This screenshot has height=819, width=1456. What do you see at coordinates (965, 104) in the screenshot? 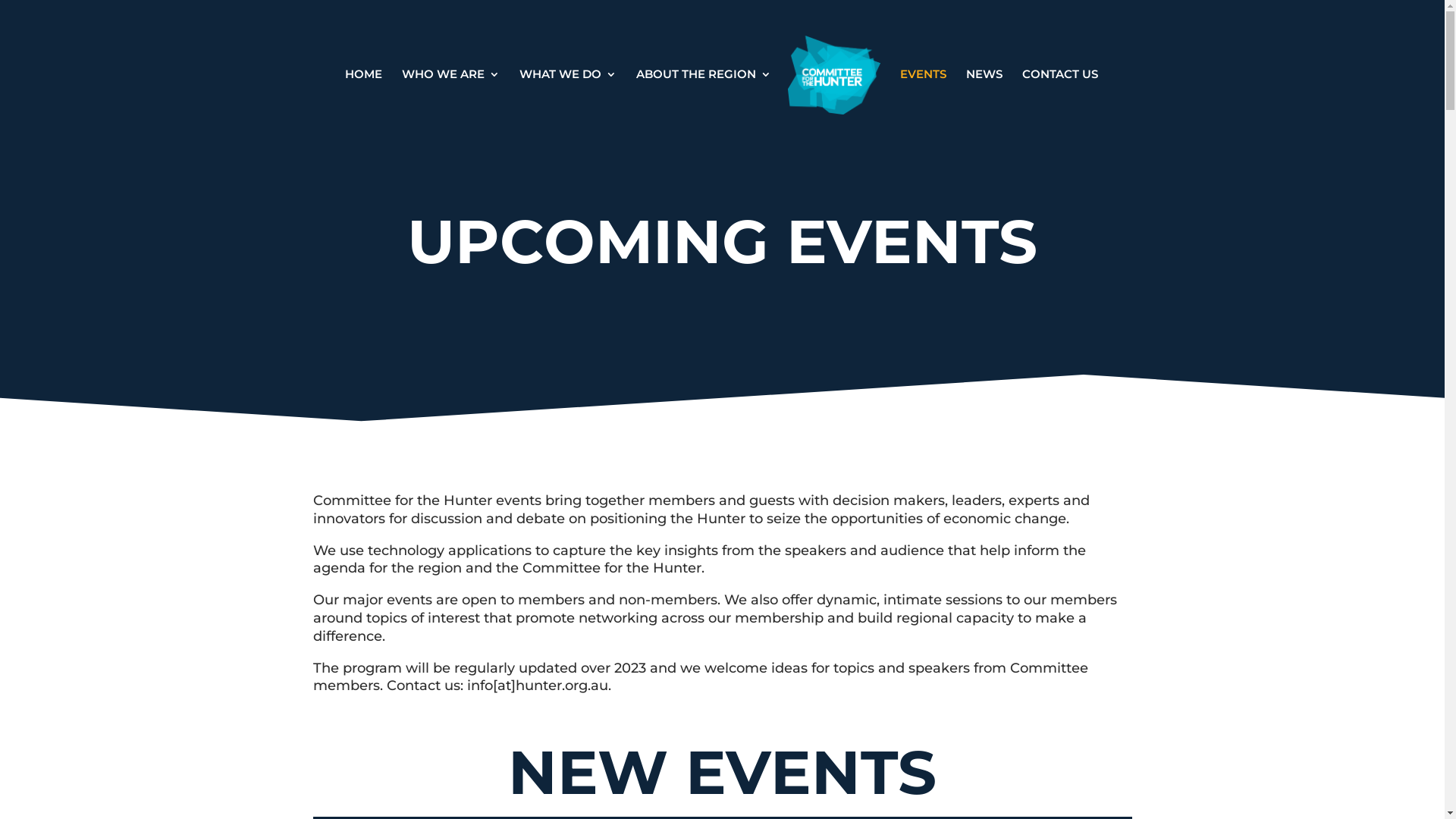
I see `'NEWS'` at bounding box center [965, 104].